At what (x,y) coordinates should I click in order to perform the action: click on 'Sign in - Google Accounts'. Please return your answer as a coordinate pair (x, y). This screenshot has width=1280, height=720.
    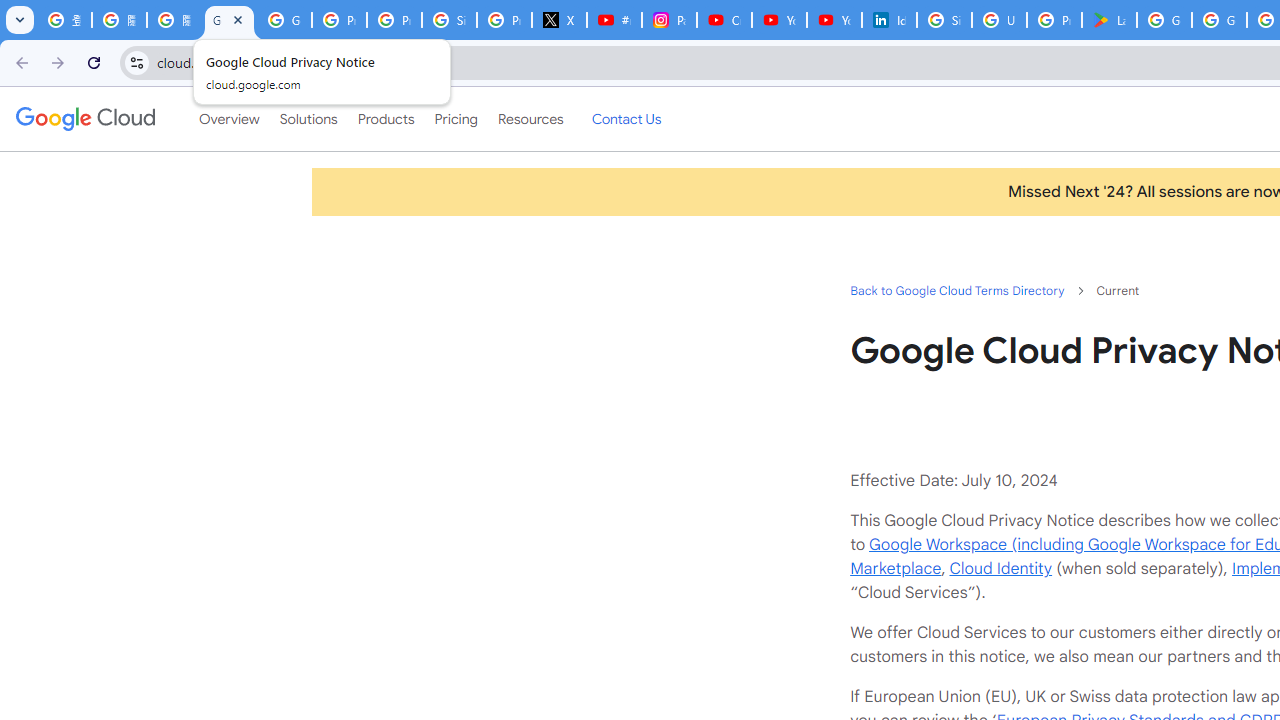
    Looking at the image, I should click on (448, 20).